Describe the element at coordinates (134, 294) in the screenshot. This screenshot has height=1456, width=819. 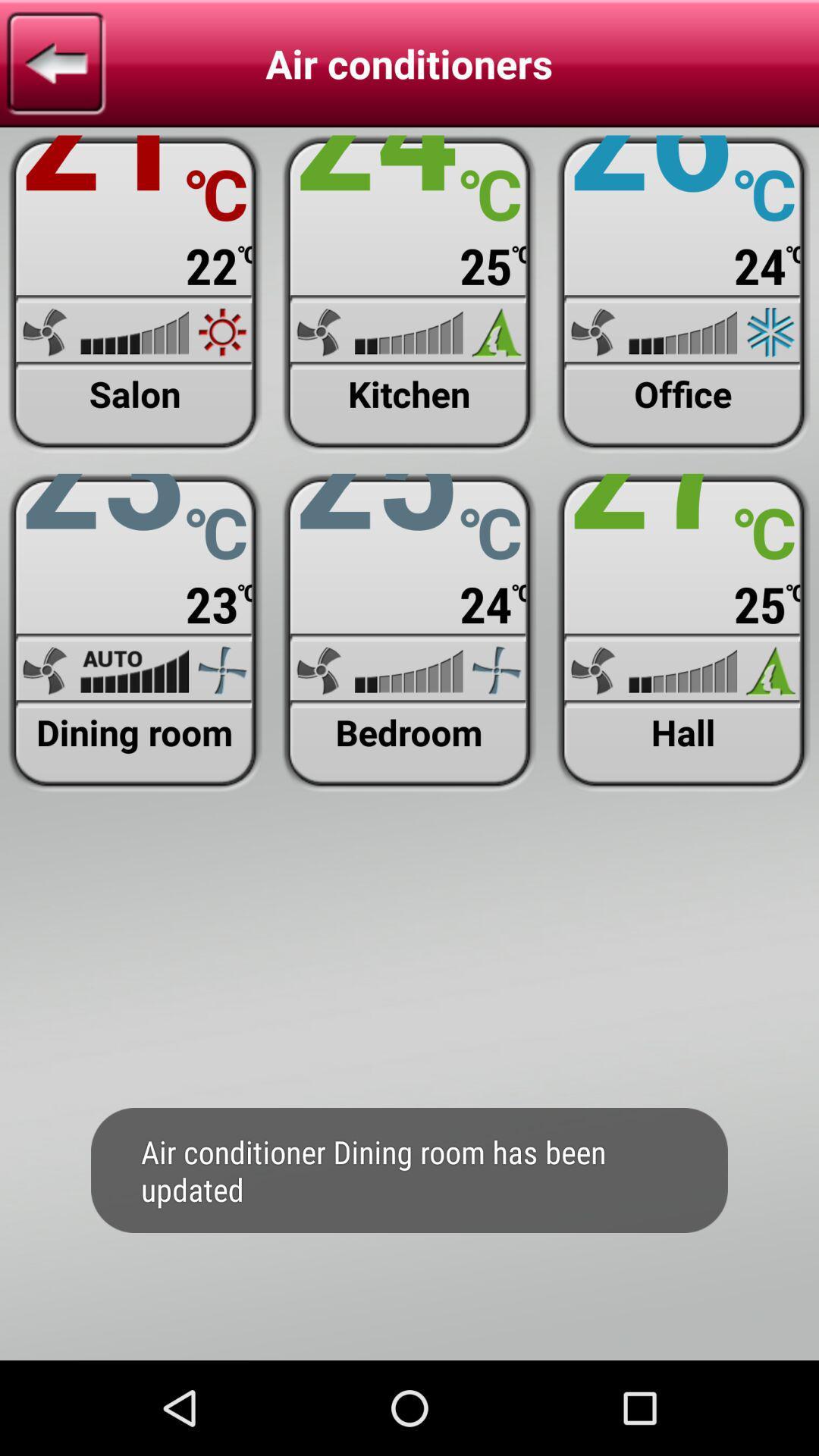
I see `climate of the option` at that location.